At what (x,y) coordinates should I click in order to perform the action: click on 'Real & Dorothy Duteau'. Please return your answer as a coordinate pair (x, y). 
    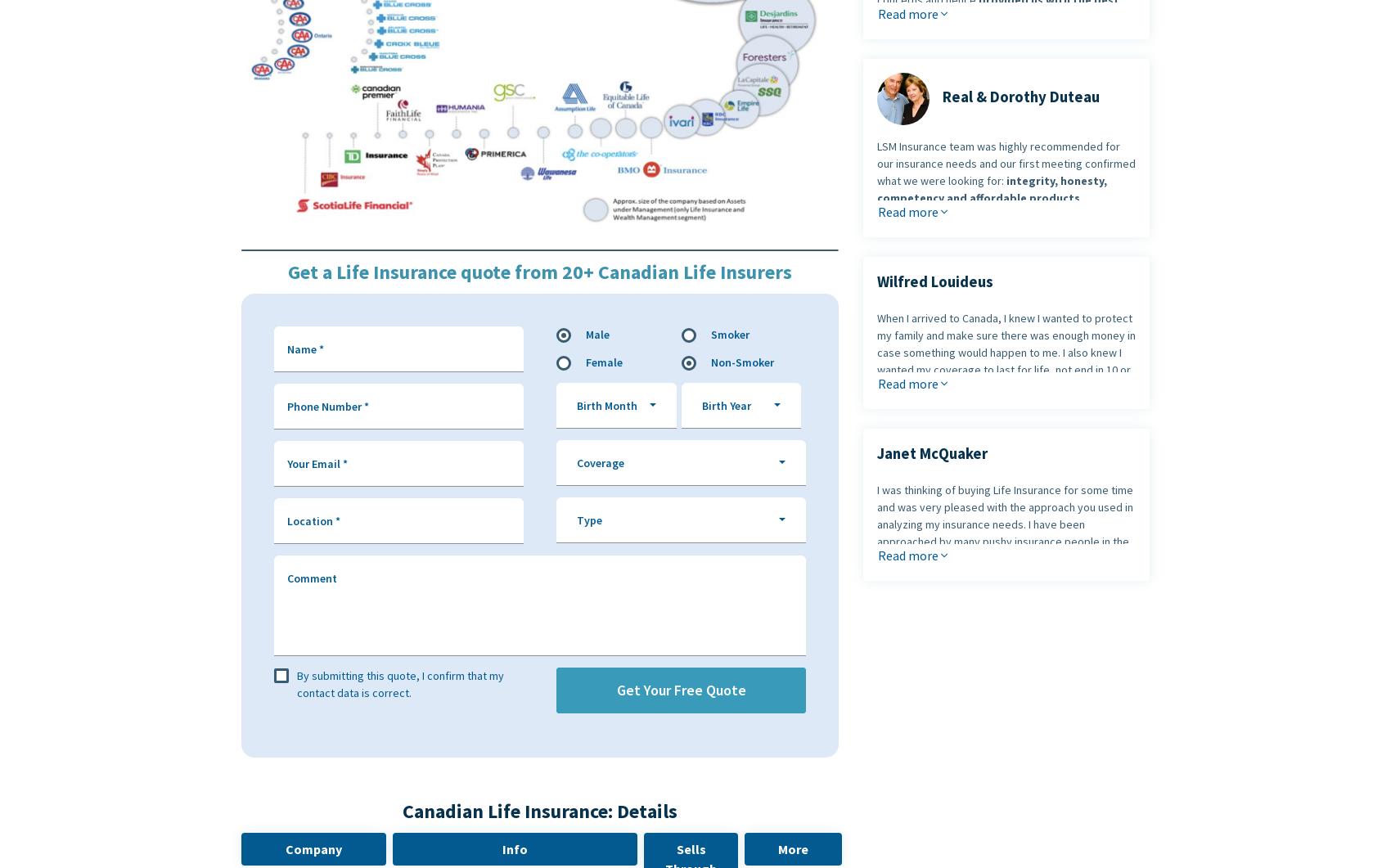
    Looking at the image, I should click on (1020, 97).